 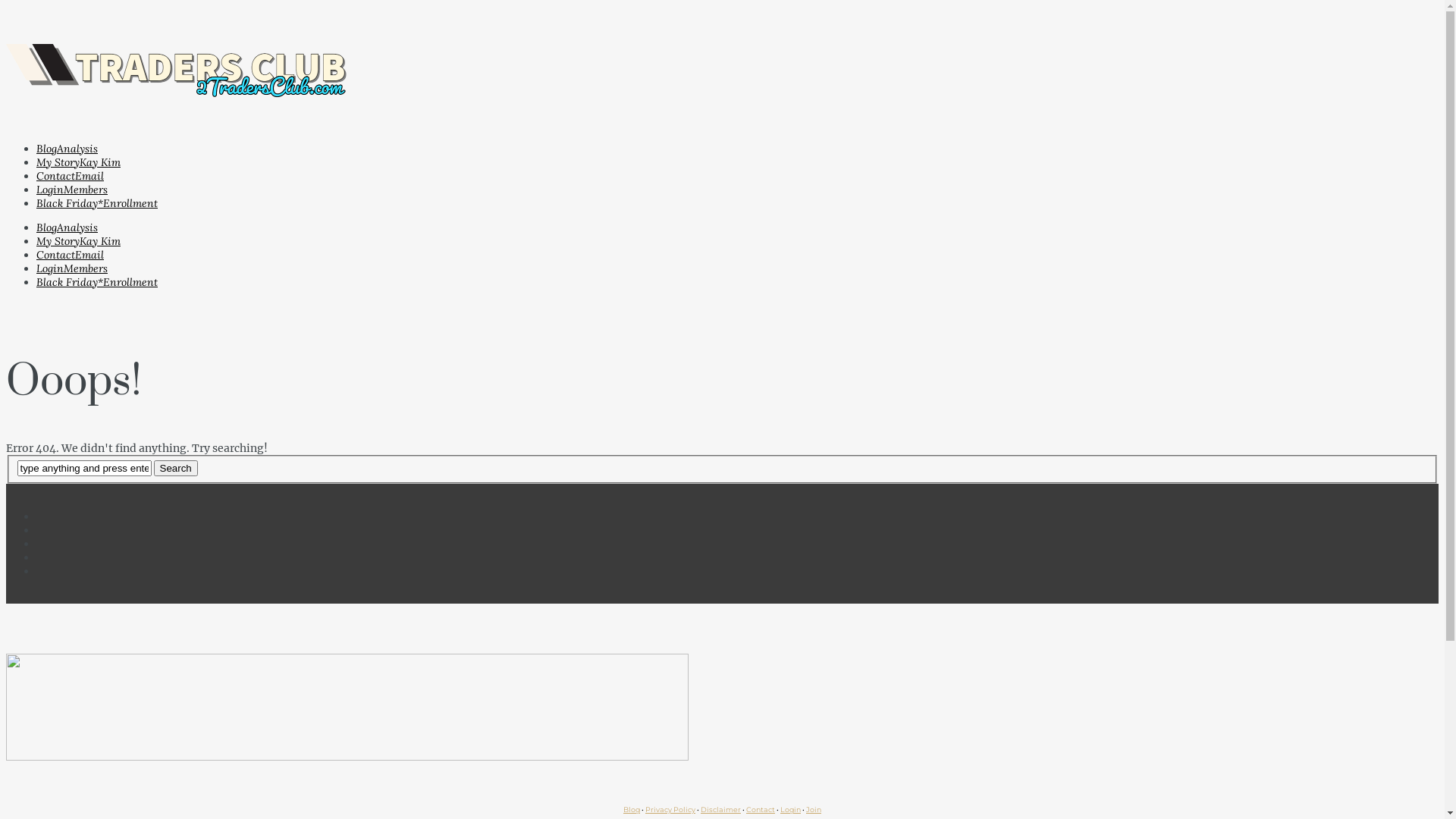 I want to click on 'n', so click(x=797, y=808).